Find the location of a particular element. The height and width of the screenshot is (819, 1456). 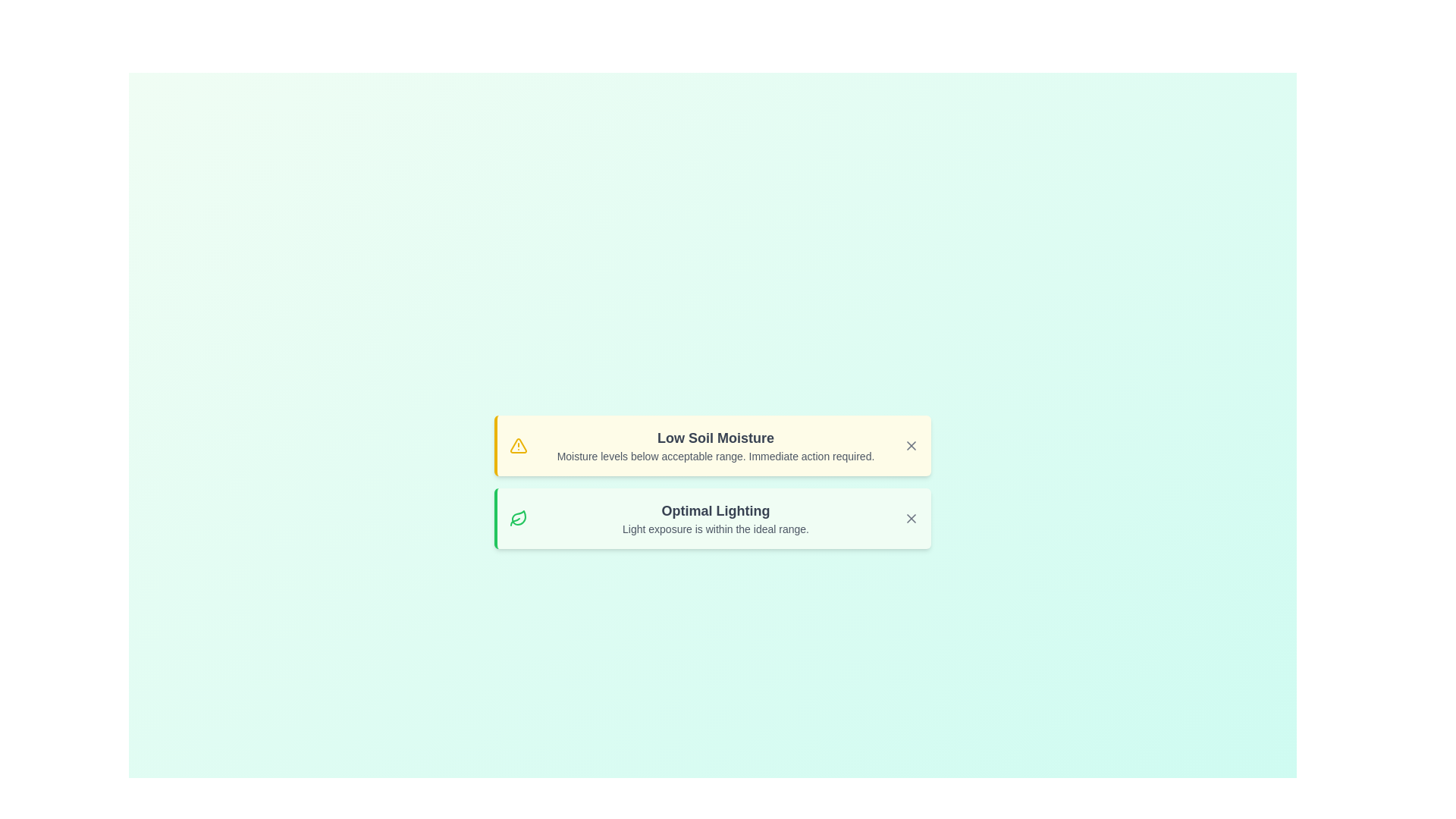

'X' button to dismiss the alert is located at coordinates (910, 444).